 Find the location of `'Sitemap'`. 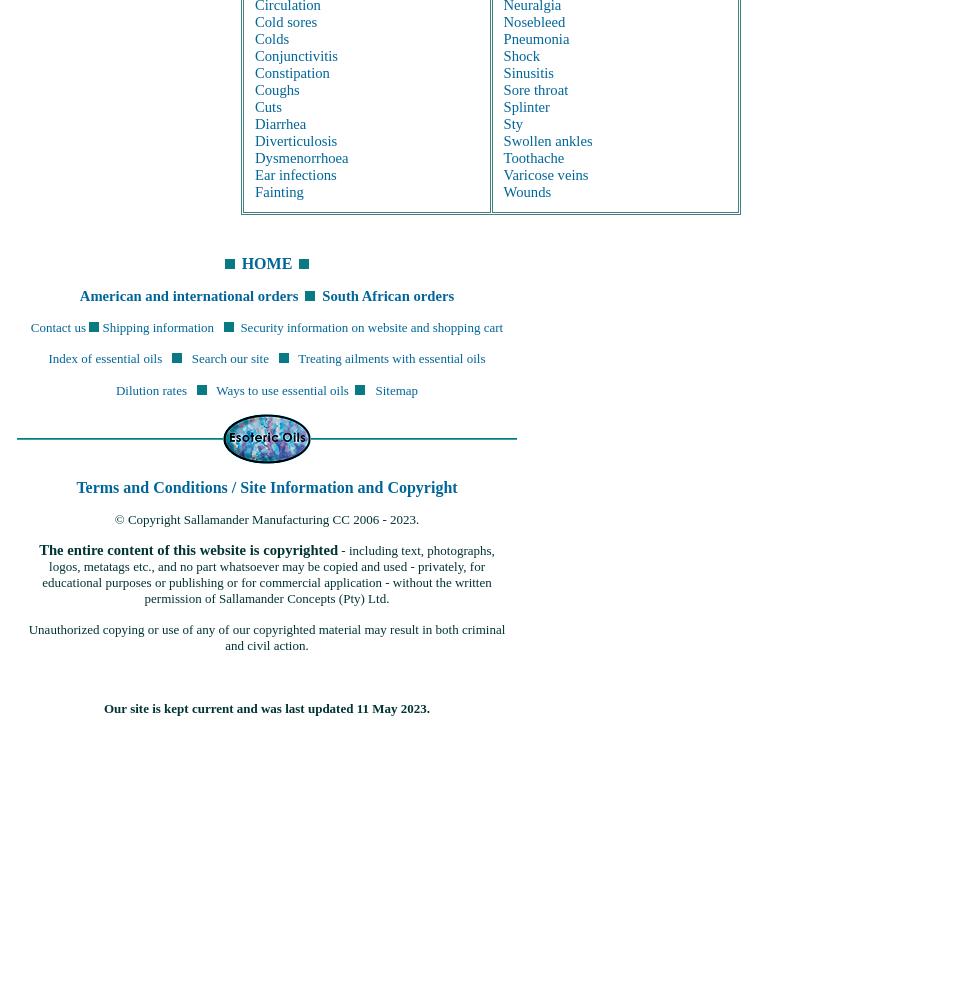

'Sitemap' is located at coordinates (396, 389).